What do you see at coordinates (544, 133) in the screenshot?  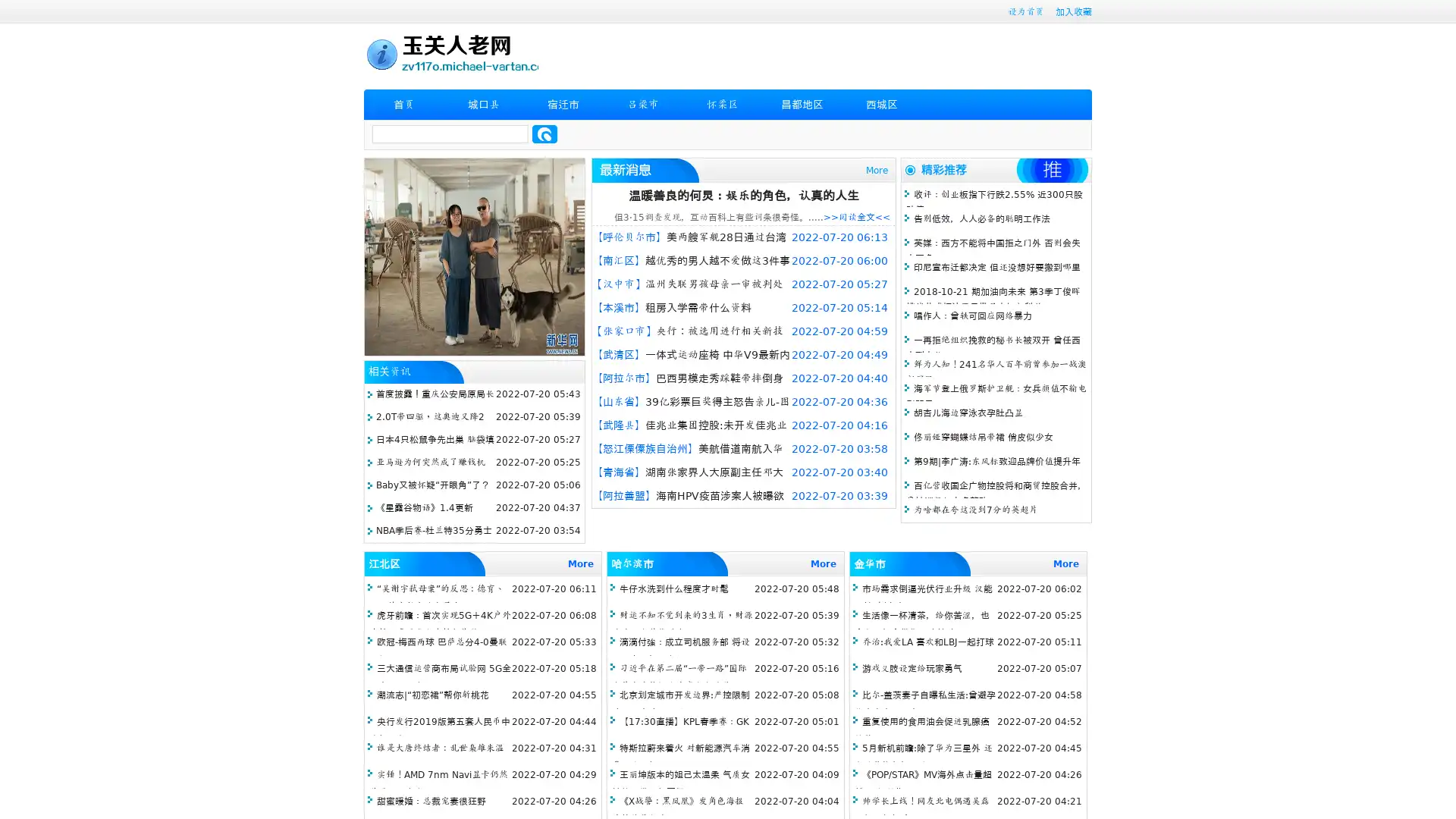 I see `Search` at bounding box center [544, 133].